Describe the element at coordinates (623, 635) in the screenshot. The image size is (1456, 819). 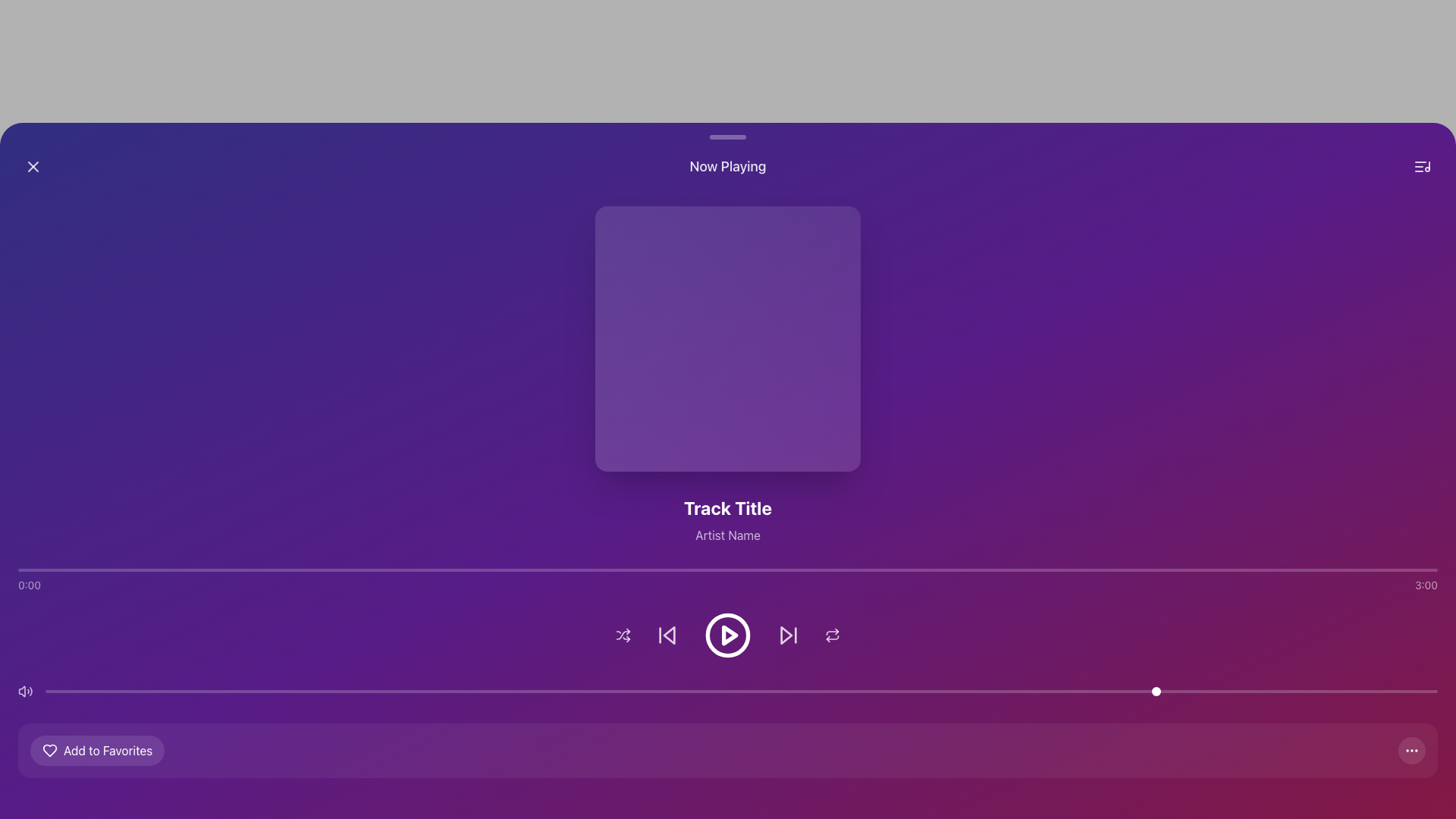
I see `the shuffle button located in the control bar section at the bottom of the page, which is the first interactive element from the left in a sequence of buttons` at that location.